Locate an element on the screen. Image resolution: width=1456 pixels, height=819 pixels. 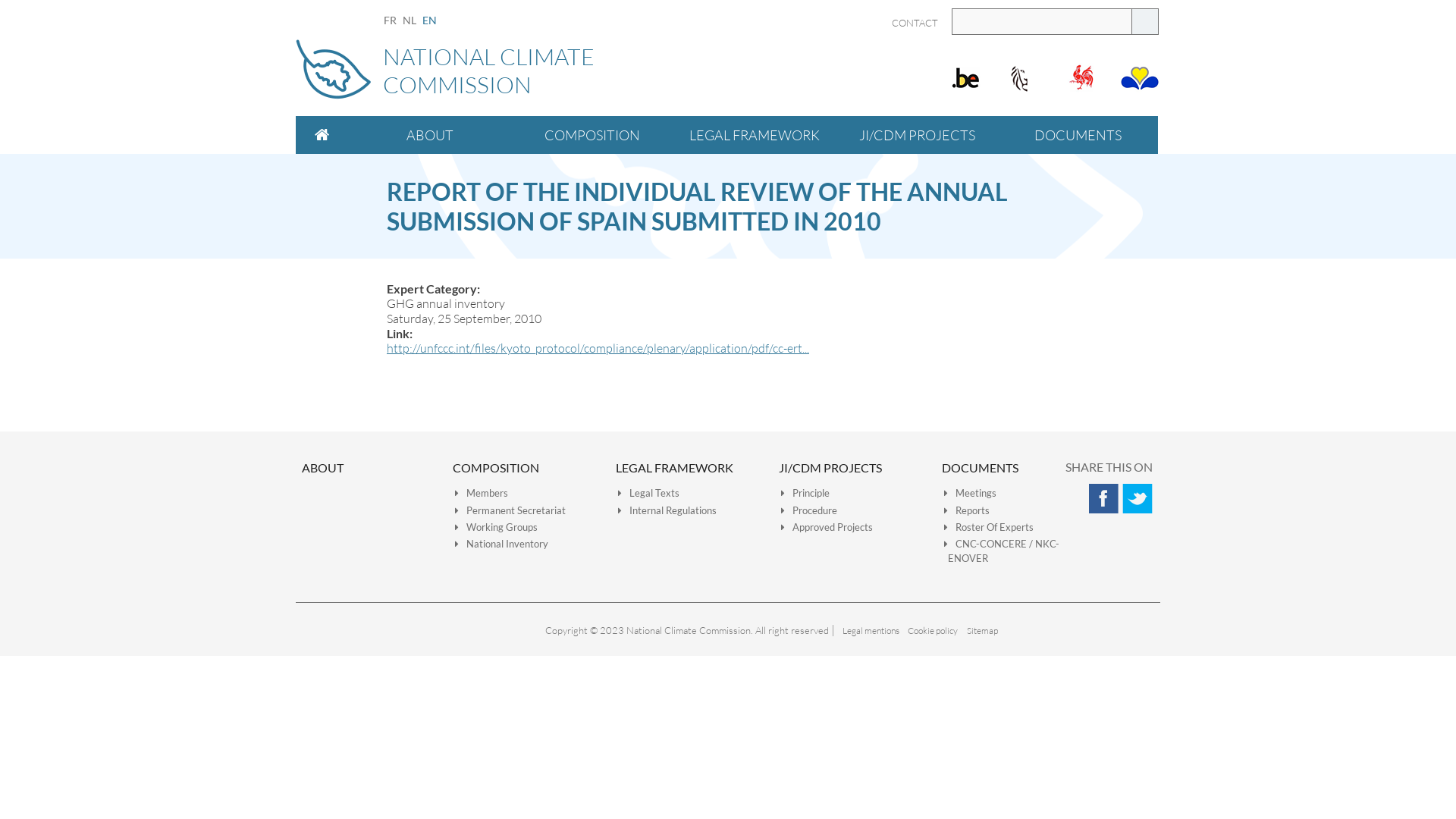
'Legal Texts' is located at coordinates (648, 493).